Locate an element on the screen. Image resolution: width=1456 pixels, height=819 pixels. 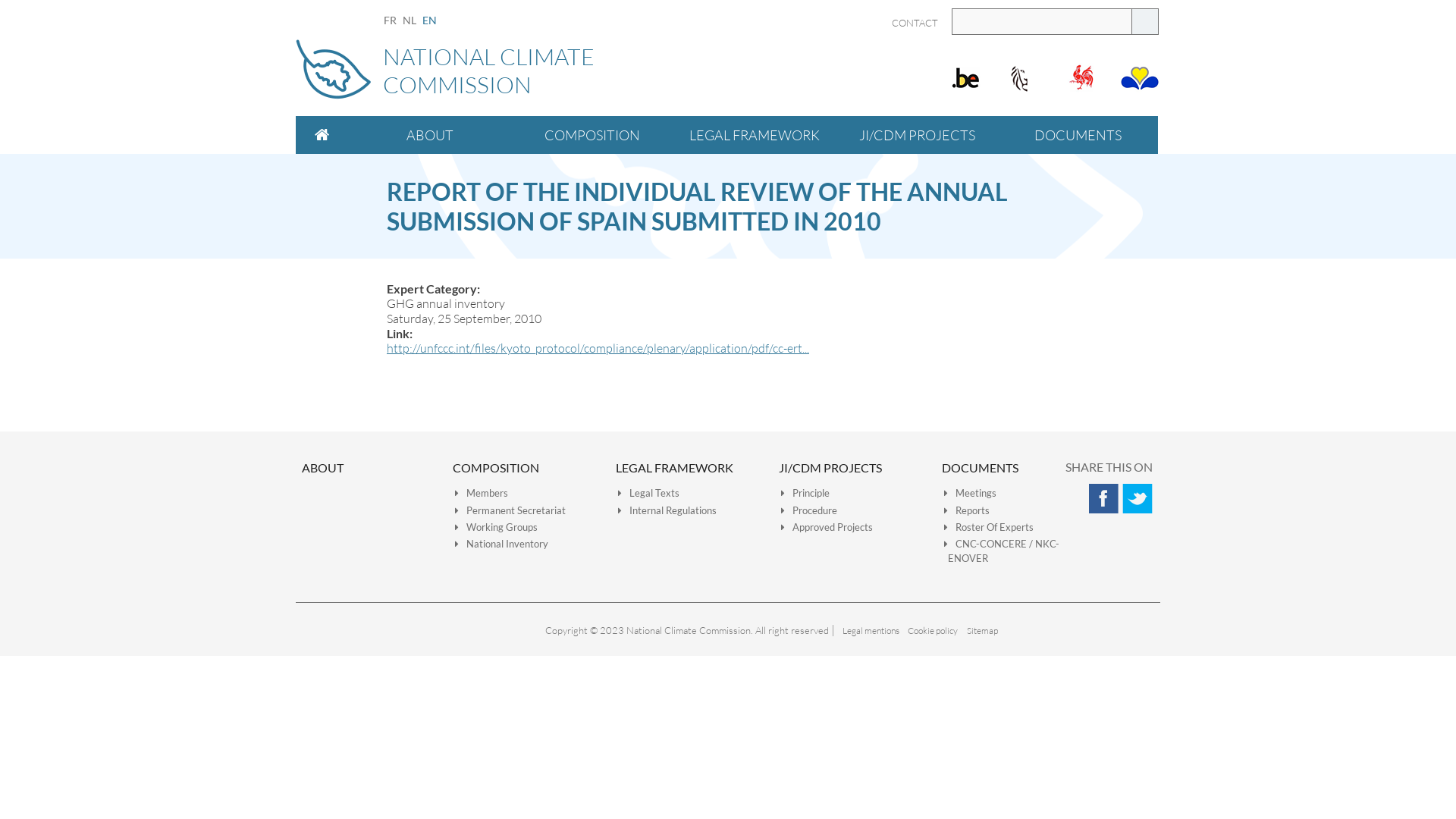
'Legal Texts' is located at coordinates (648, 493).